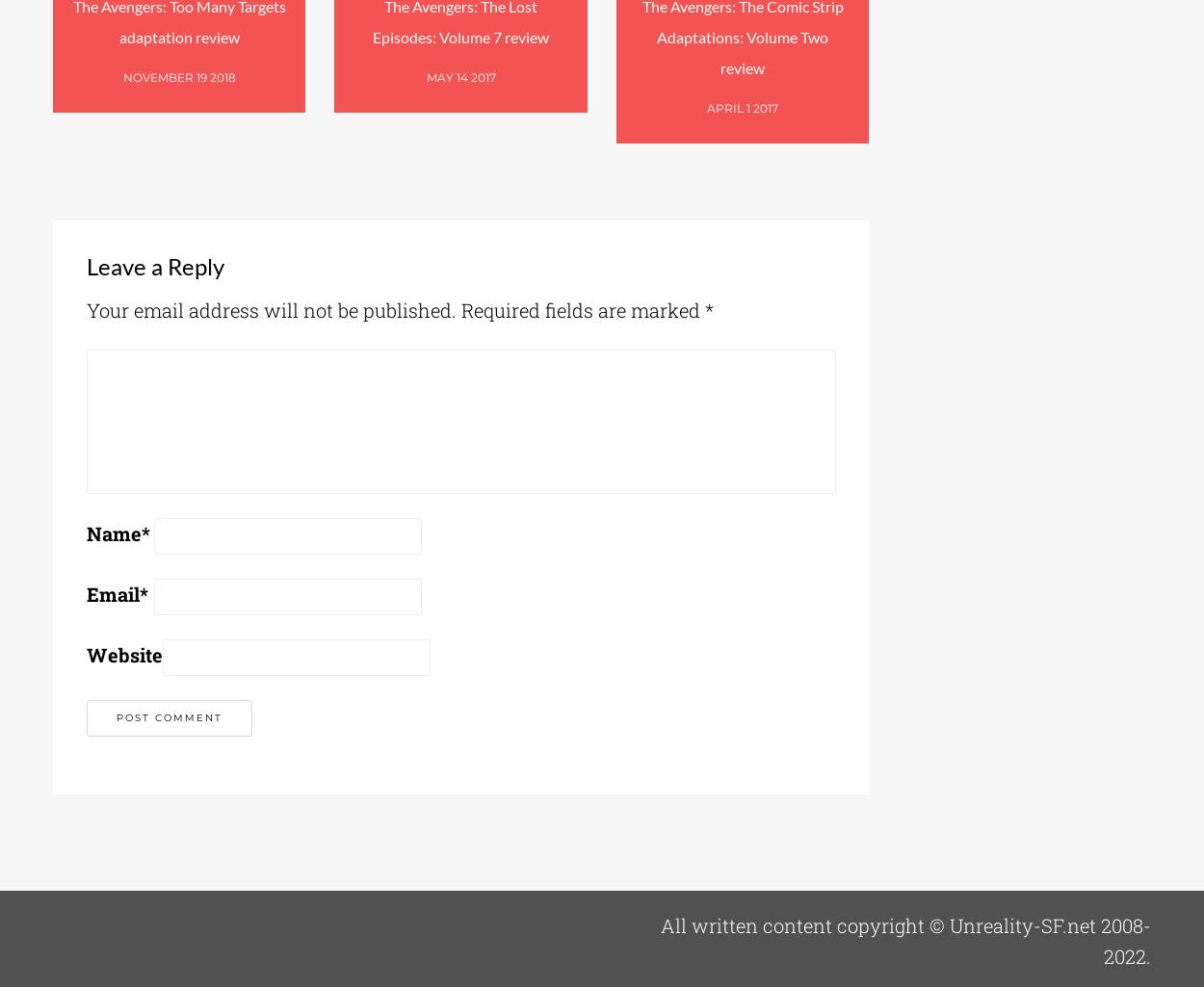 The width and height of the screenshot is (1204, 987). Describe the element at coordinates (86, 653) in the screenshot. I see `'Website'` at that location.